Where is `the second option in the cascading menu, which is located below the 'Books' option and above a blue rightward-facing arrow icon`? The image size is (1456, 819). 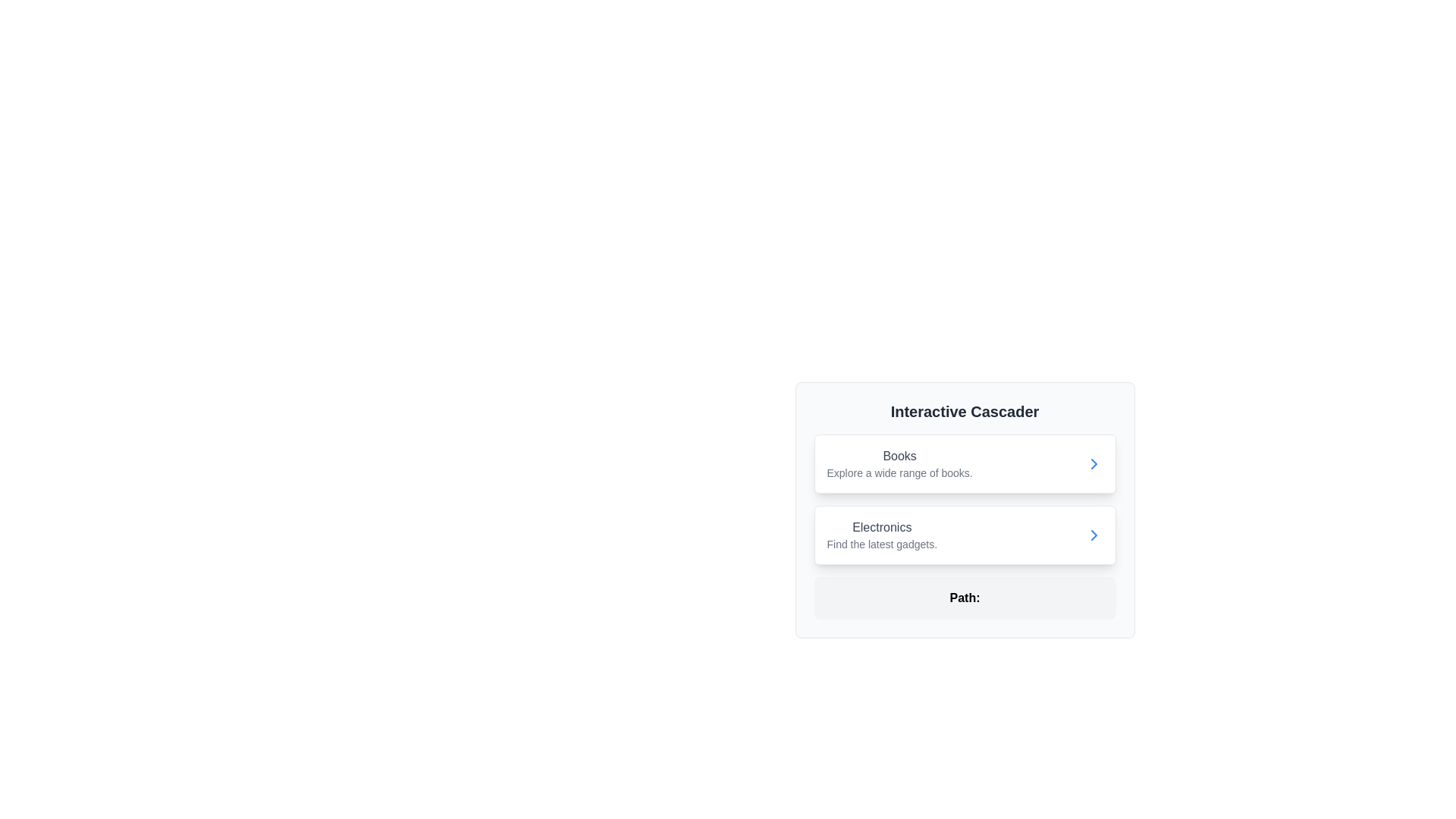 the second option in the cascading menu, which is located below the 'Books' option and above a blue rightward-facing arrow icon is located at coordinates (882, 534).